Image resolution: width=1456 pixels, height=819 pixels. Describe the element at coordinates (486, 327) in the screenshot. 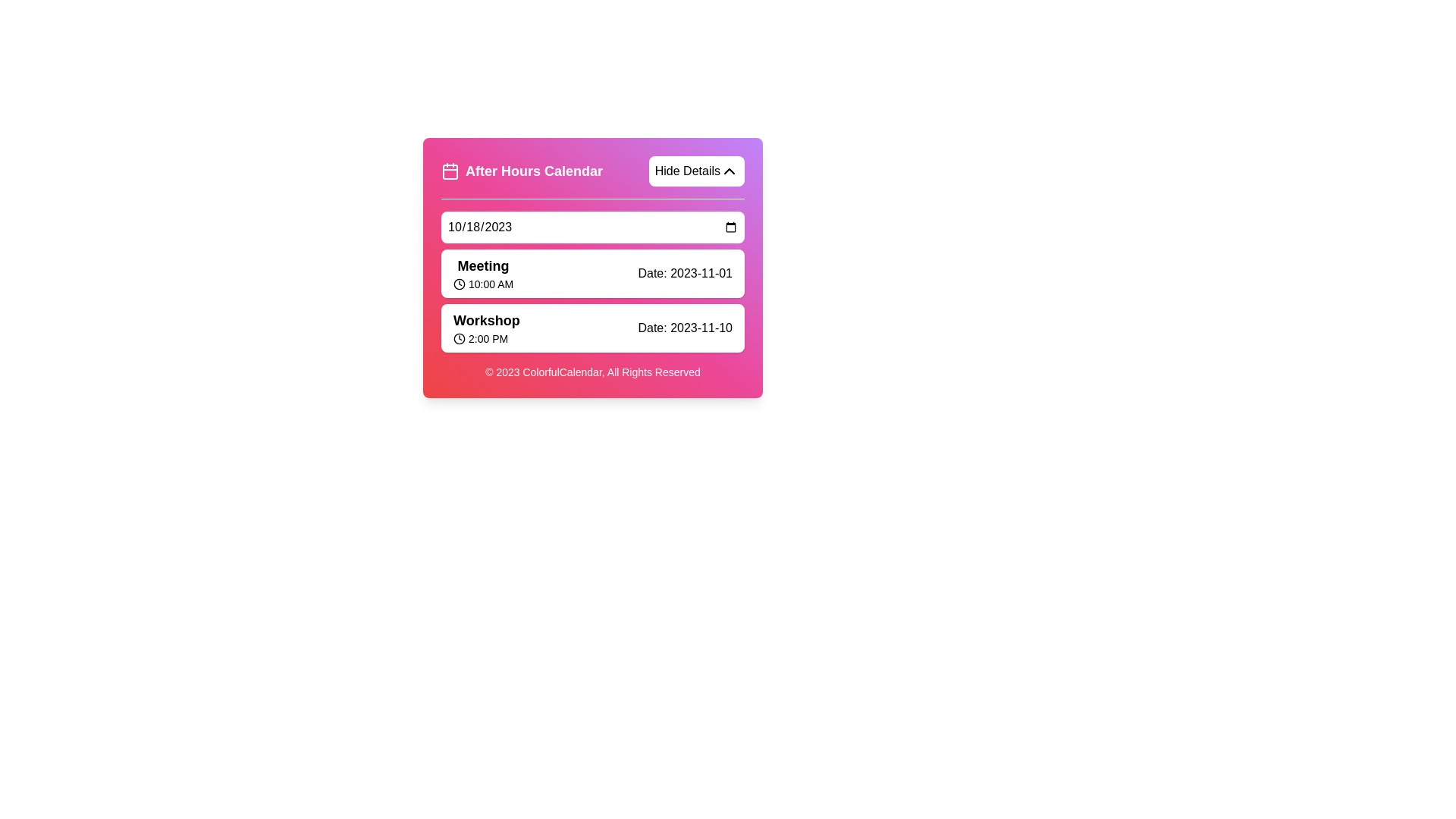

I see `the 'Workshop' event display that shows the time '2:00 PM' with a clock icon` at that location.